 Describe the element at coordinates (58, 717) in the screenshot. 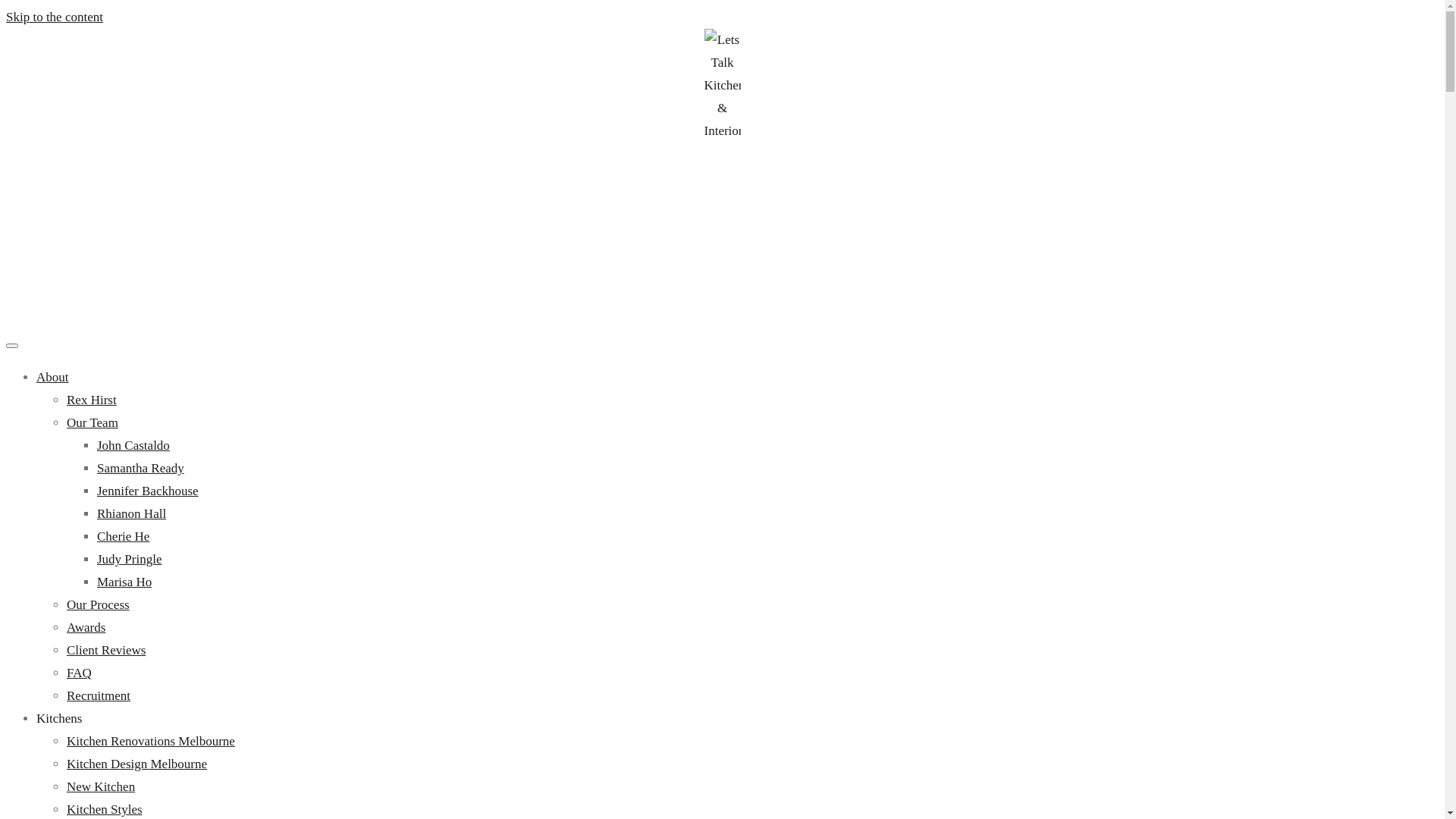

I see `'Kitchens'` at that location.